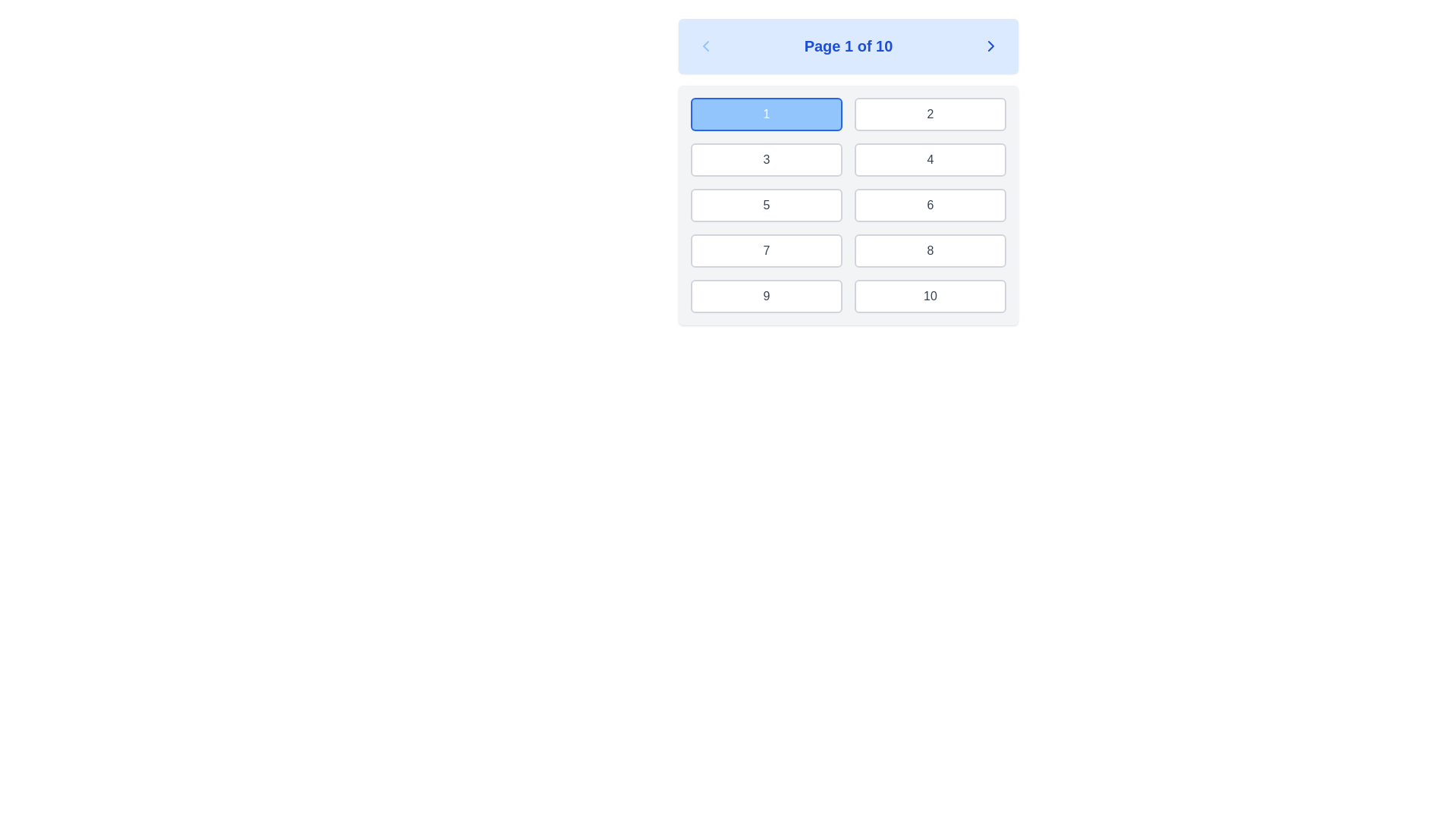 Image resolution: width=1456 pixels, height=819 pixels. Describe the element at coordinates (930, 296) in the screenshot. I see `the rectangular button labeled '10' with a white background and gray border located in the bottom right of the grid layout on 'Page 1 of 10'` at that location.